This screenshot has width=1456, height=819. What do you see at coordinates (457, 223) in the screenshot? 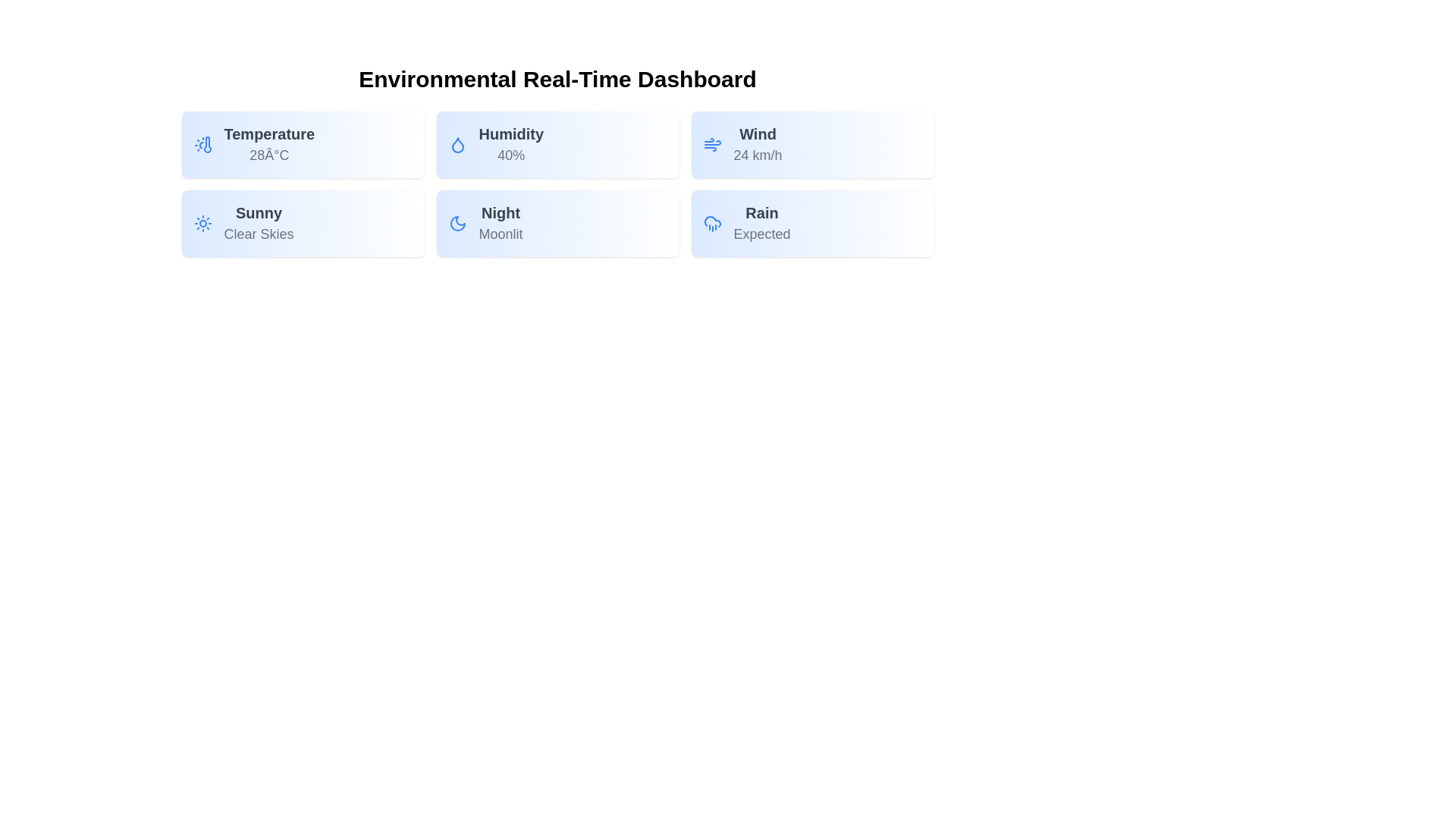
I see `the 'Night' graphical vector icon located on the left side of the text 'Night' and 'Moonlit' in the Environmental Real-Time Dashboard` at bounding box center [457, 223].